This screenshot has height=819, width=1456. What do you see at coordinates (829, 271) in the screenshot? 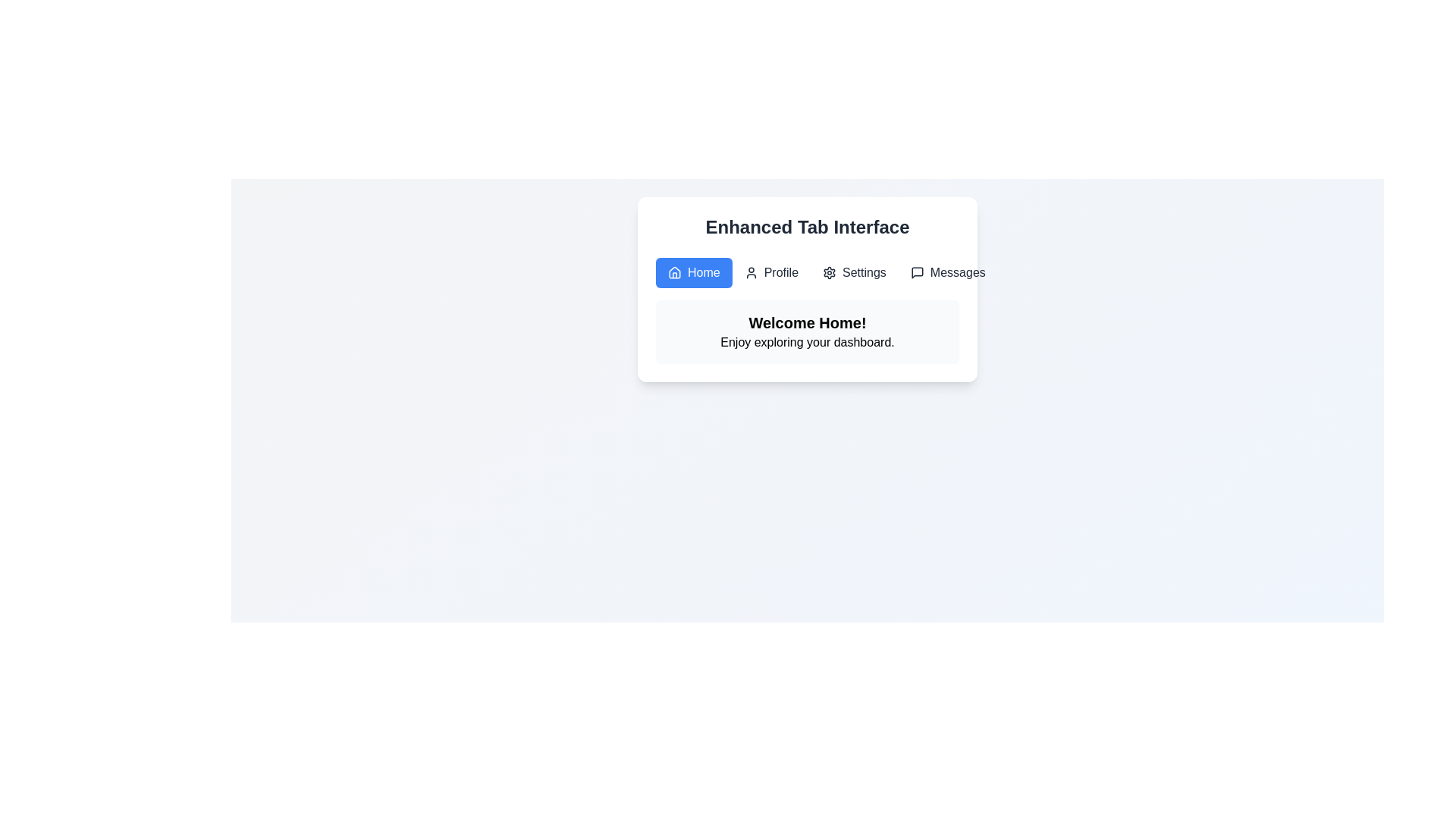
I see `the settings icon, which is a gear-shaped icon located in the navigation tab bar` at bounding box center [829, 271].